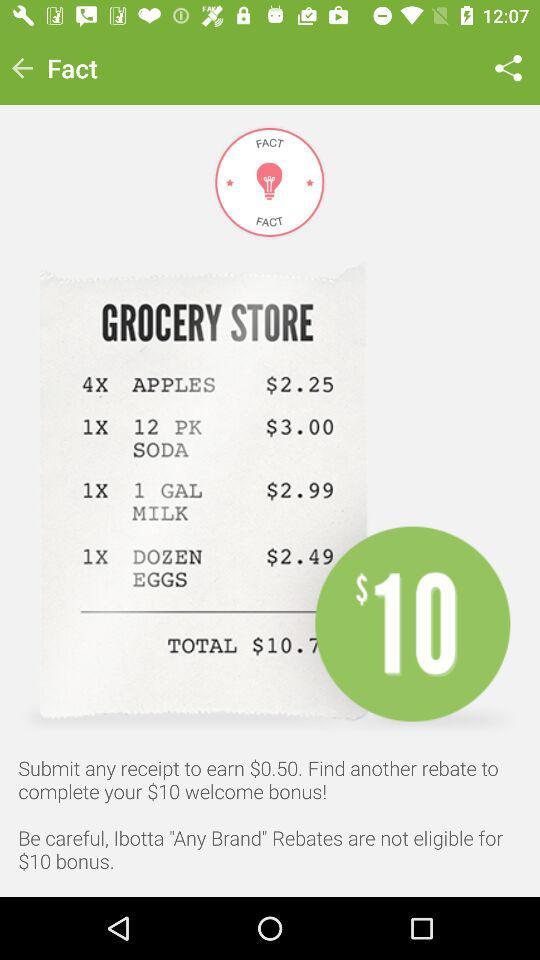 This screenshot has height=960, width=540. What do you see at coordinates (71, 68) in the screenshot?
I see `fact item` at bounding box center [71, 68].